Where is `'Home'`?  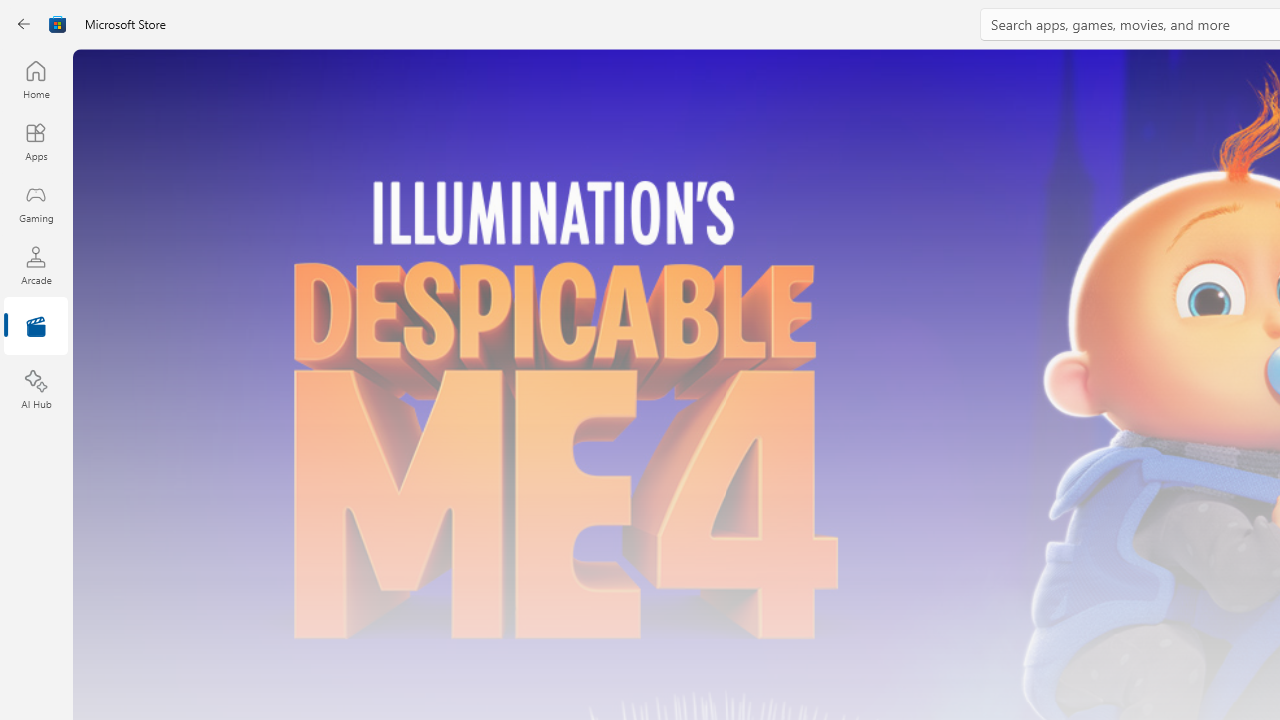
'Home' is located at coordinates (35, 78).